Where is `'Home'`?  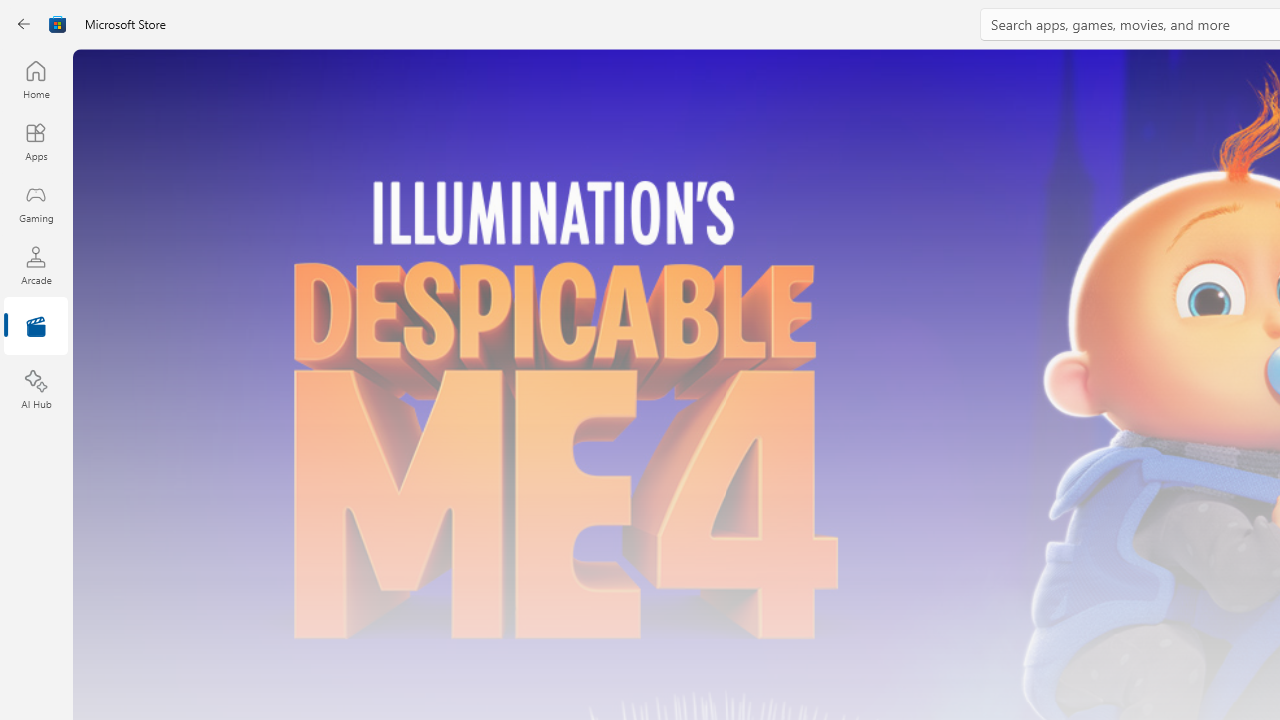
'Home' is located at coordinates (35, 78).